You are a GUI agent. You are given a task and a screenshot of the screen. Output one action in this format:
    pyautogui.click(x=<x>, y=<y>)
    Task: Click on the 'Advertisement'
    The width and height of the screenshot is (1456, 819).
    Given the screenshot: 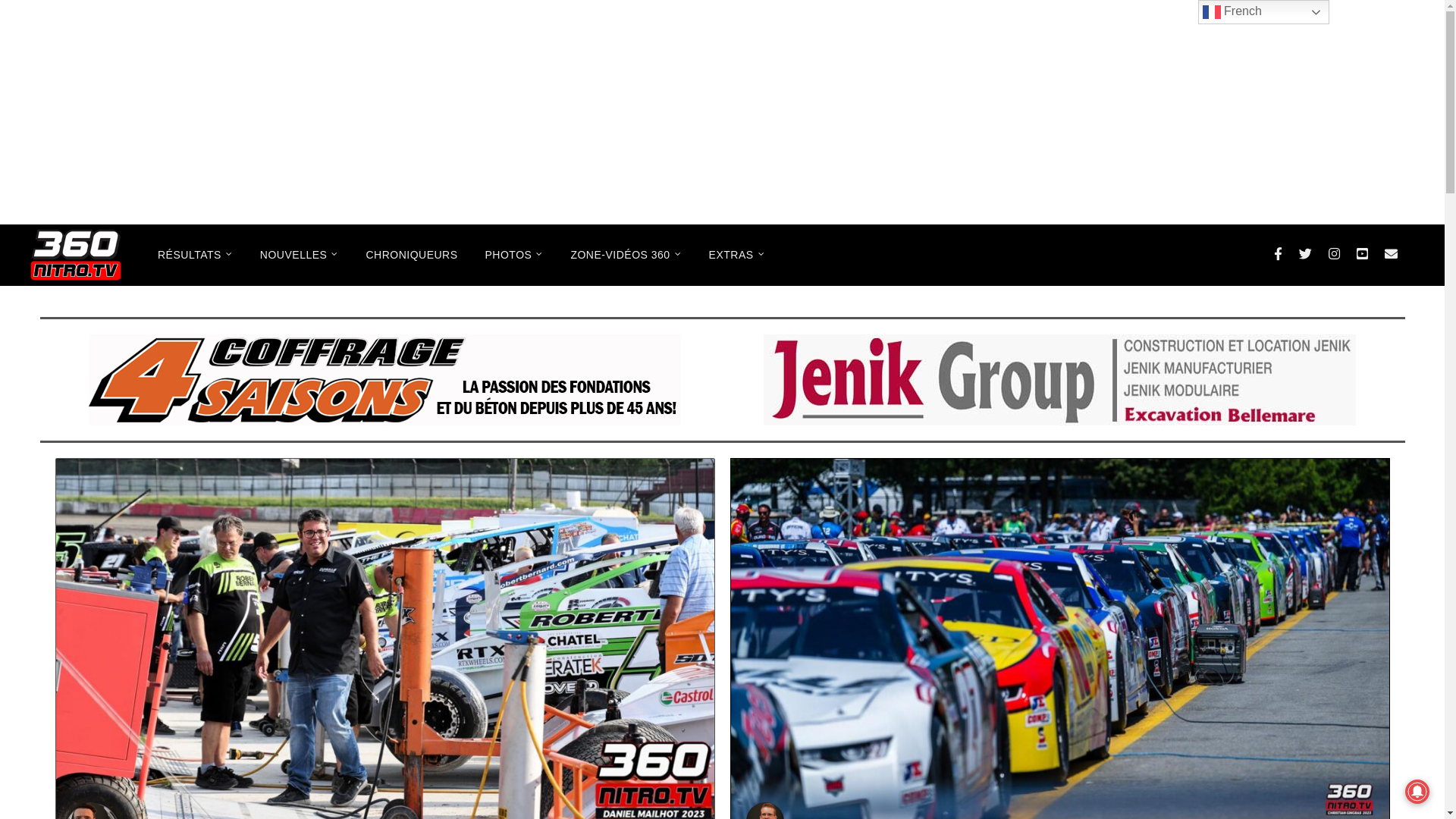 What is the action you would take?
    pyautogui.click(x=720, y=111)
    